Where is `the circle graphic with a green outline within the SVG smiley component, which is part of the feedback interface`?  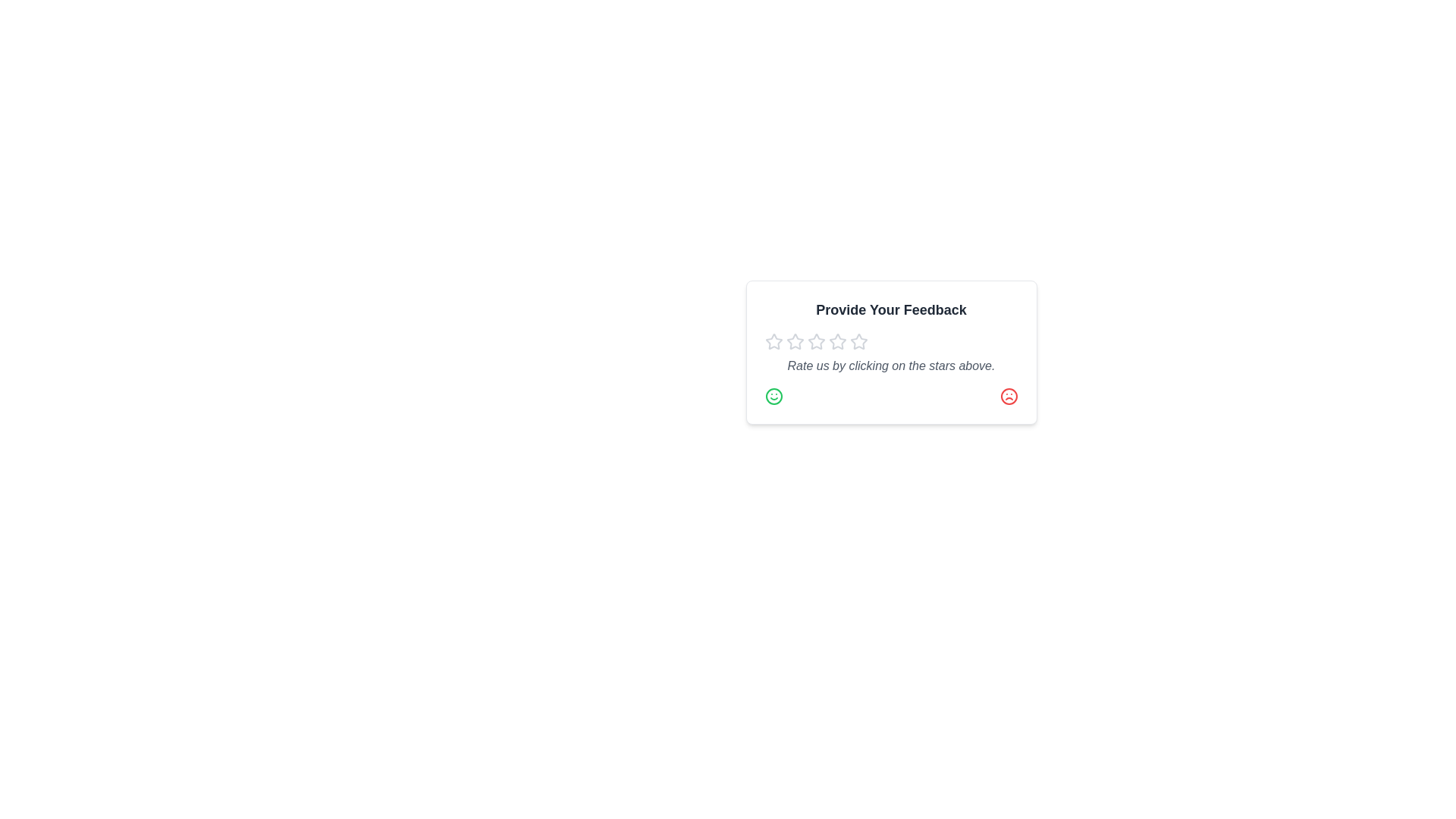
the circle graphic with a green outline within the SVG smiley component, which is part of the feedback interface is located at coordinates (773, 396).